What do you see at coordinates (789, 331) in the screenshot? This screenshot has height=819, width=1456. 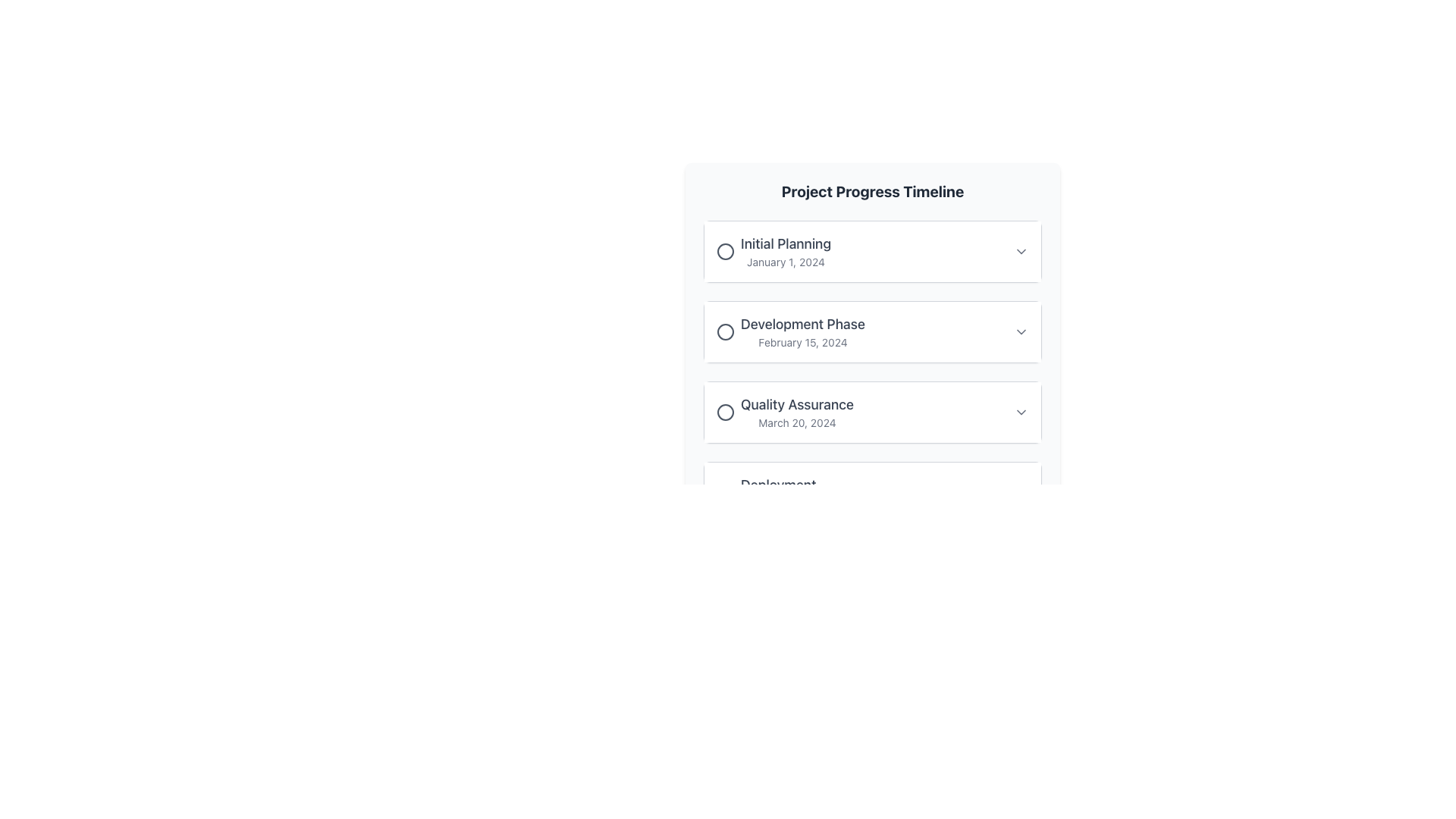 I see `the circular icon of the 'Development Phase' list item in the 'Project Progress Timeline' section` at bounding box center [789, 331].